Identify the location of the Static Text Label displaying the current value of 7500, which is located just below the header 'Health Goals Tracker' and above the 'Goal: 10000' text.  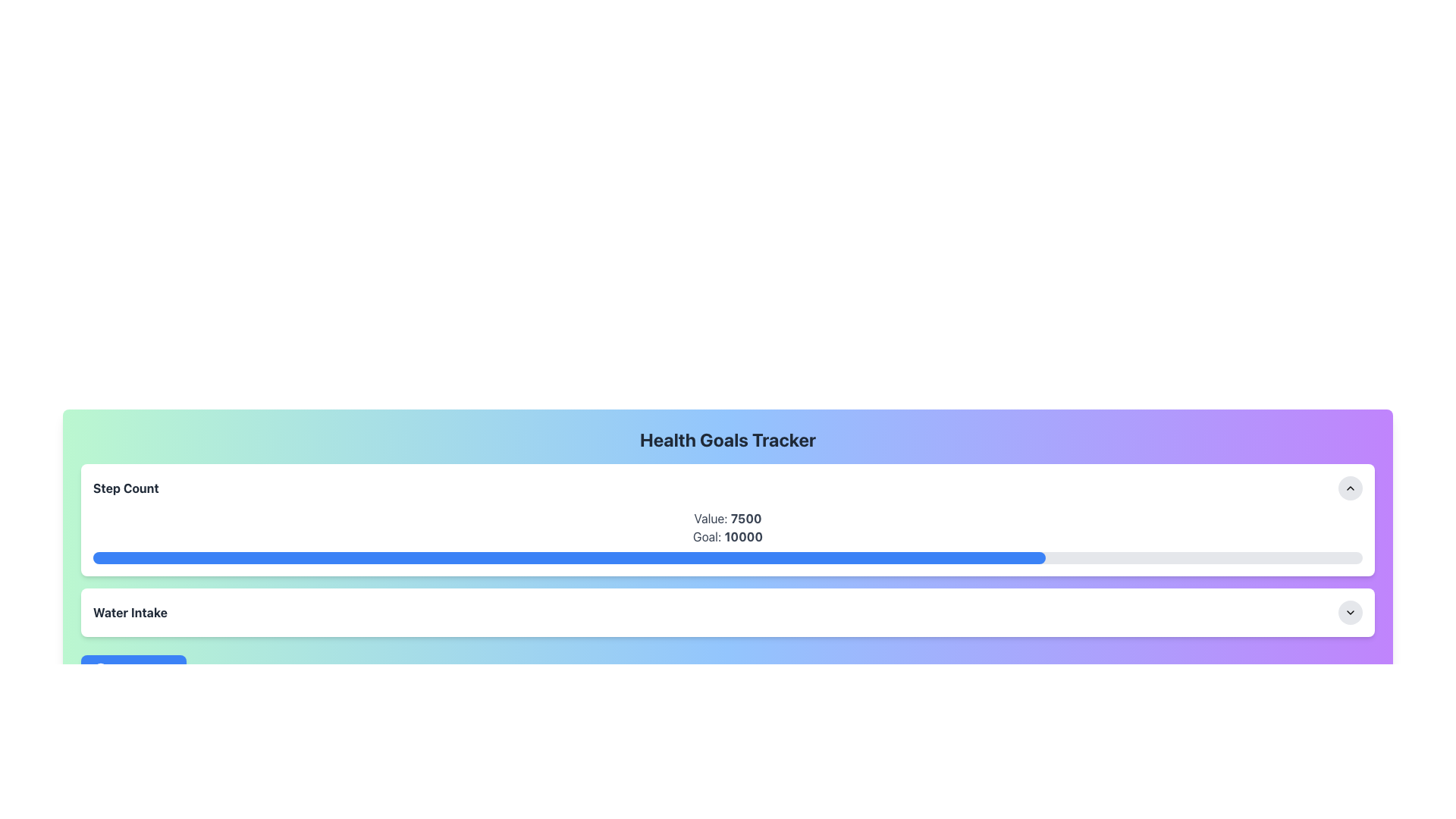
(728, 517).